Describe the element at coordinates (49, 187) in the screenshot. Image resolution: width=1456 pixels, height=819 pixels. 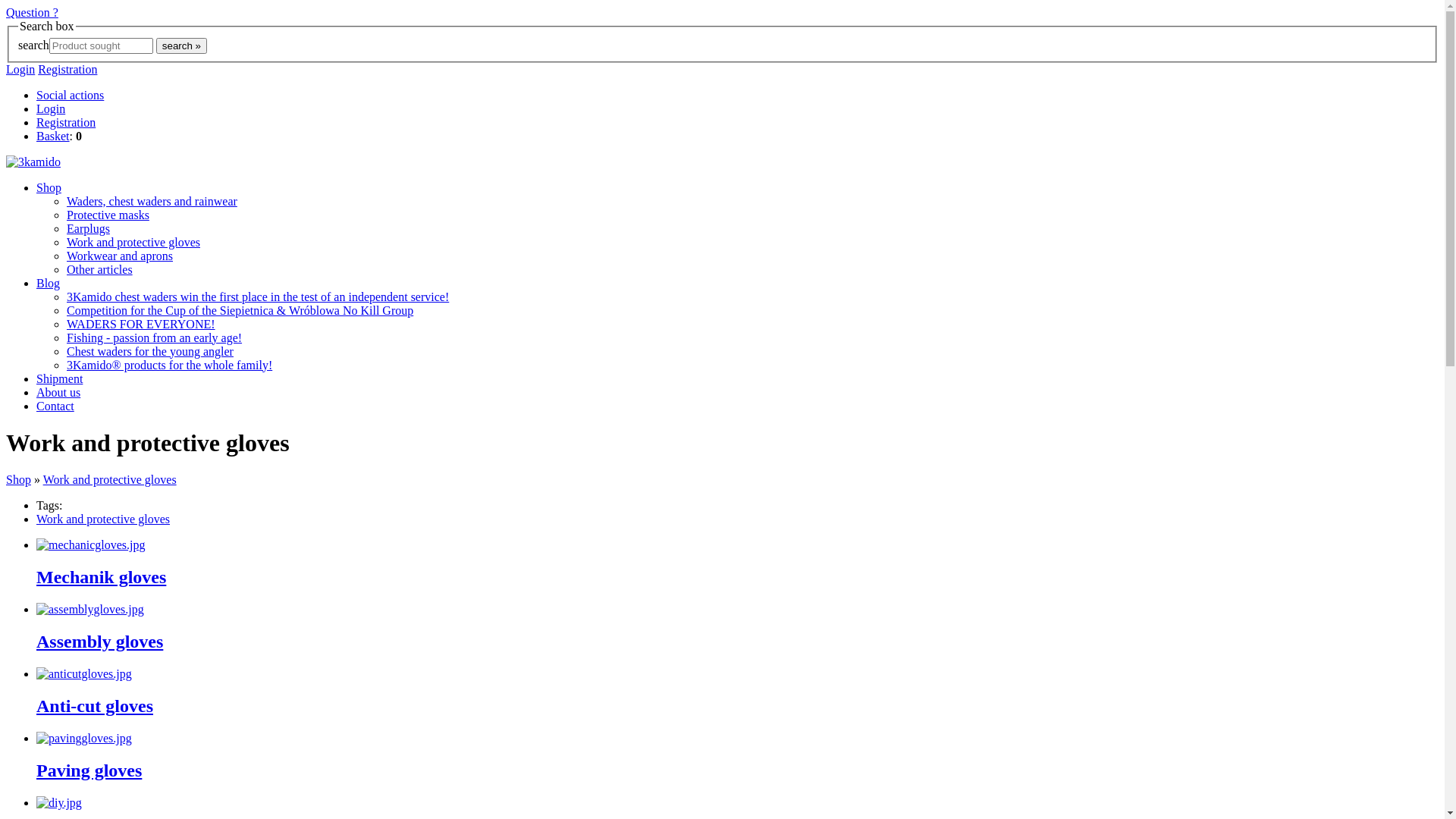
I see `'Shop'` at that location.